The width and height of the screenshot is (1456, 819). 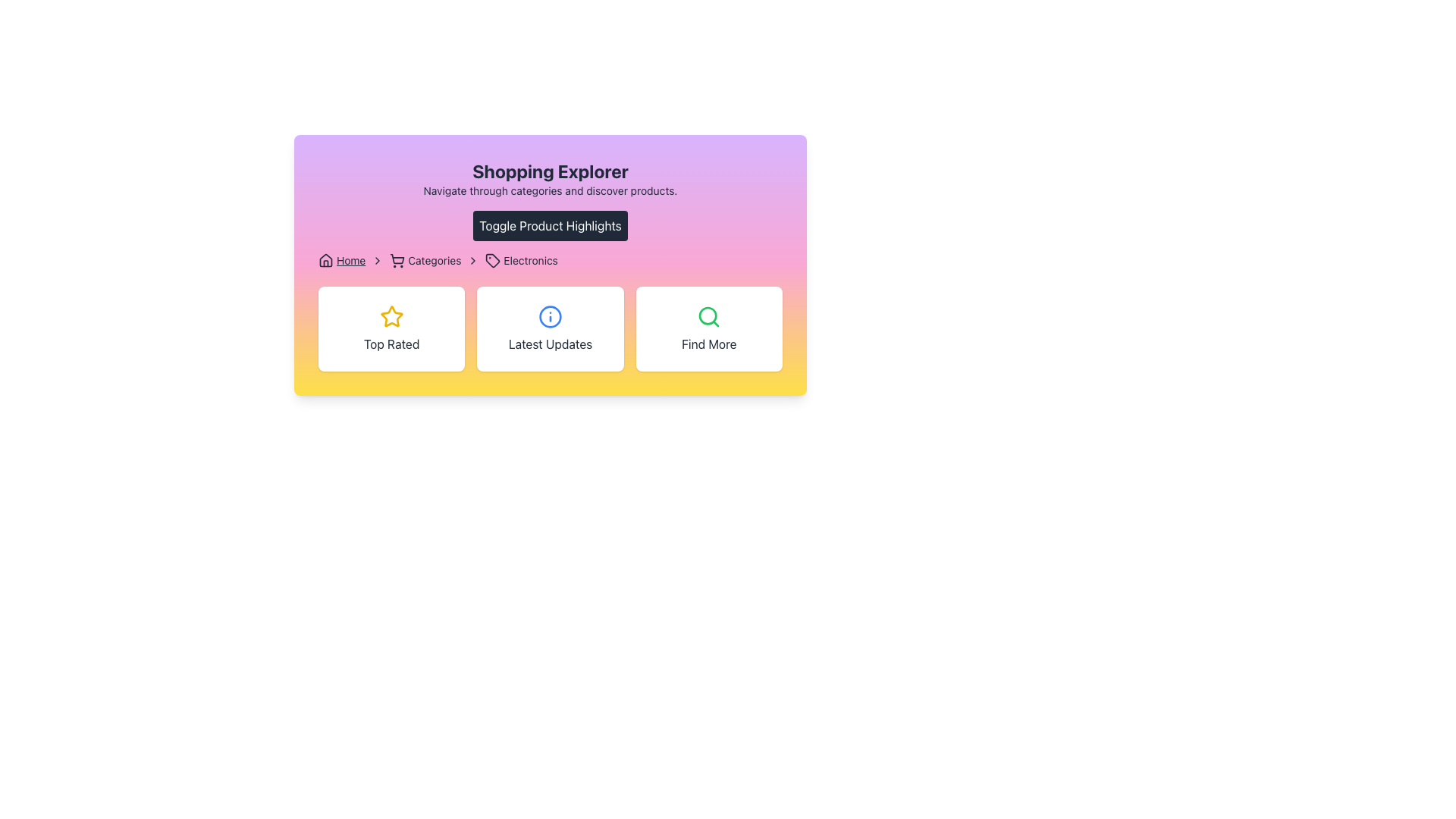 I want to click on the visual styling of the magnifying glass icon, which is green and located in the third card labeled 'Find More' within the grid layout, so click(x=708, y=315).